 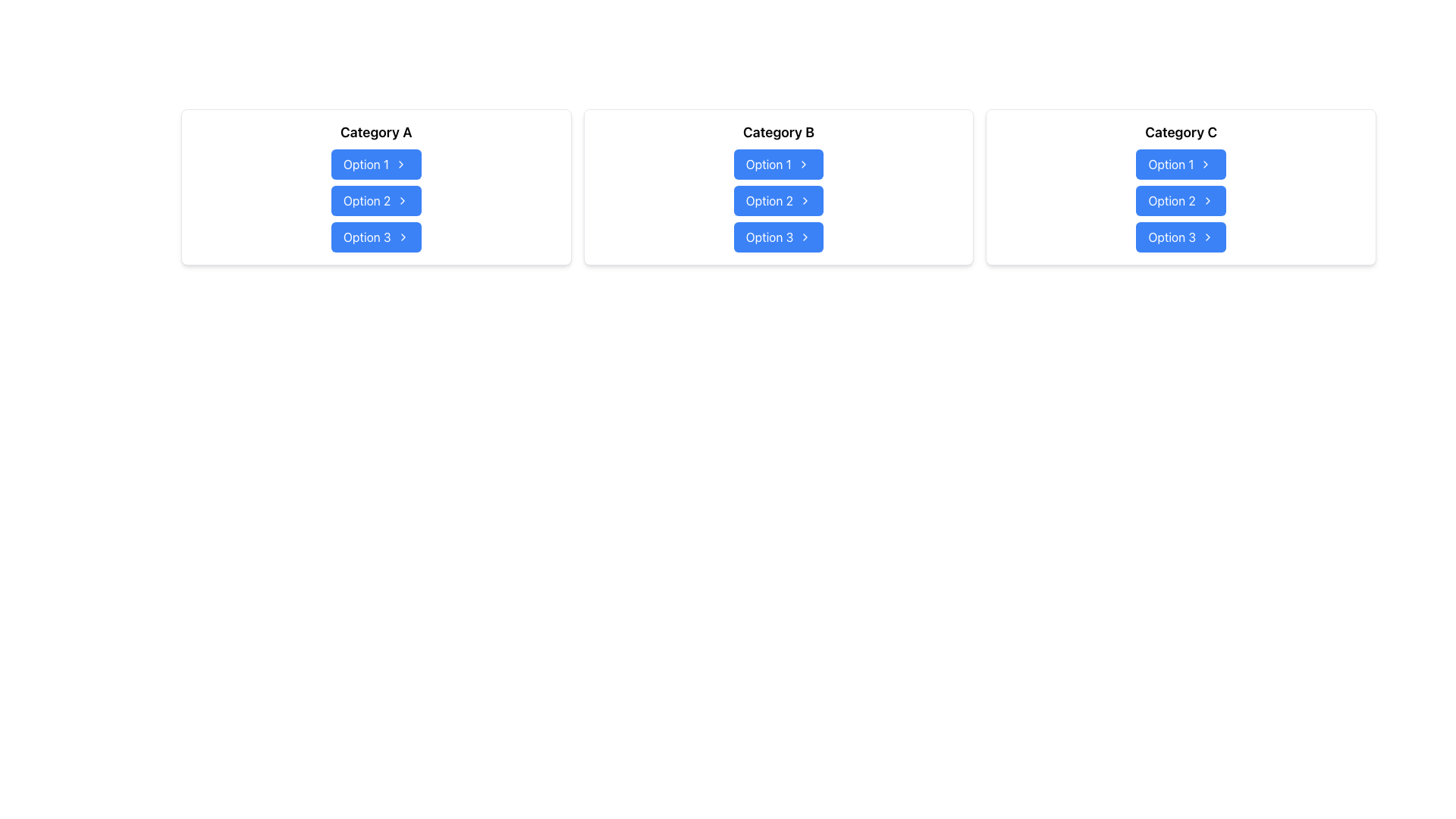 I want to click on the 'Option 3' button located at the bottom of the 'Category C' grouping, so click(x=1180, y=237).